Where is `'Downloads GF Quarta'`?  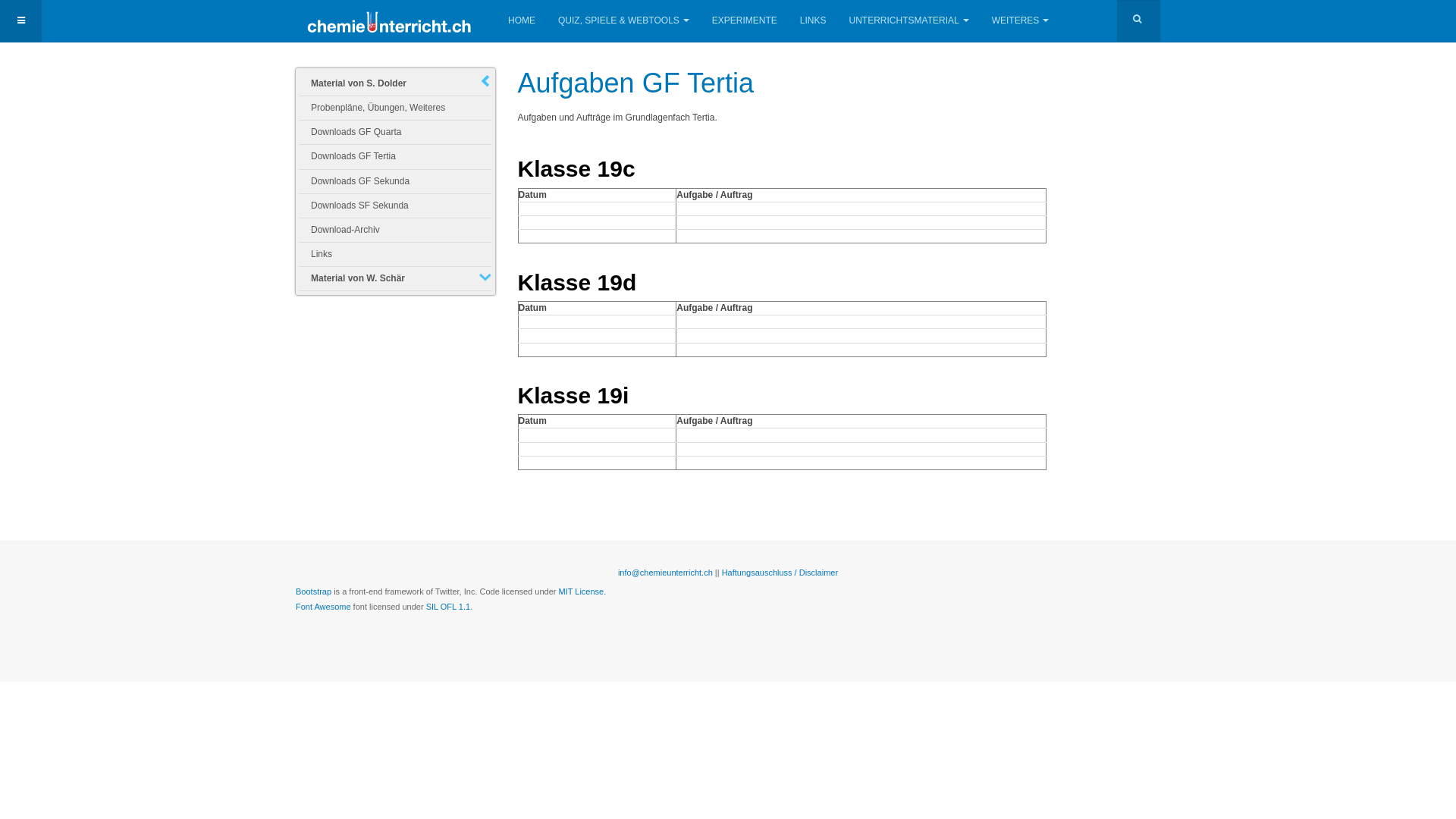 'Downloads GF Quarta' is located at coordinates (395, 131).